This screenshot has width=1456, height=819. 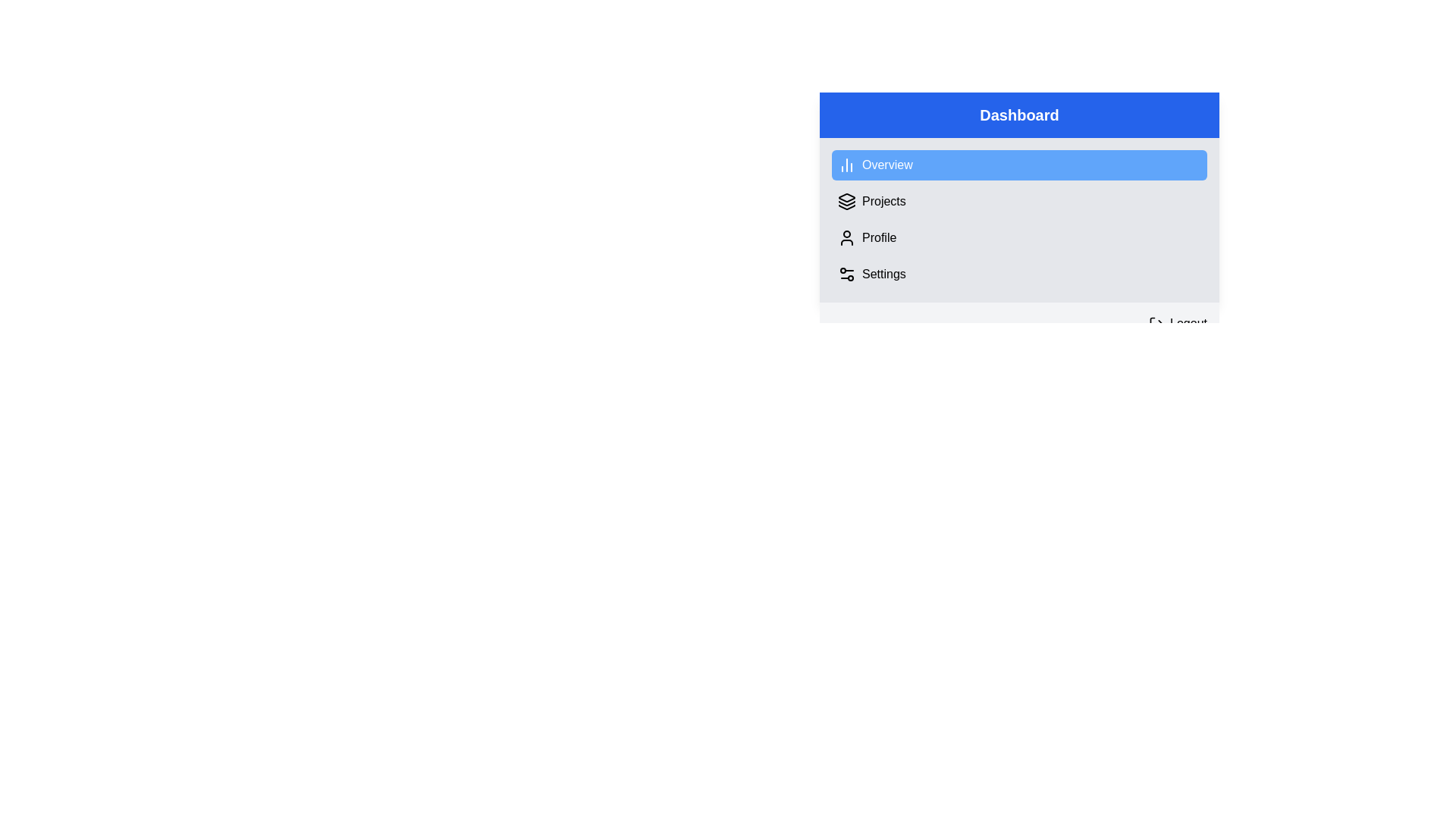 What do you see at coordinates (846, 237) in the screenshot?
I see `the user icon represented by an SVG graphic with black outlines in the sidebar menu under the 'Profile' section, located to the left of the 'Profile' text label` at bounding box center [846, 237].